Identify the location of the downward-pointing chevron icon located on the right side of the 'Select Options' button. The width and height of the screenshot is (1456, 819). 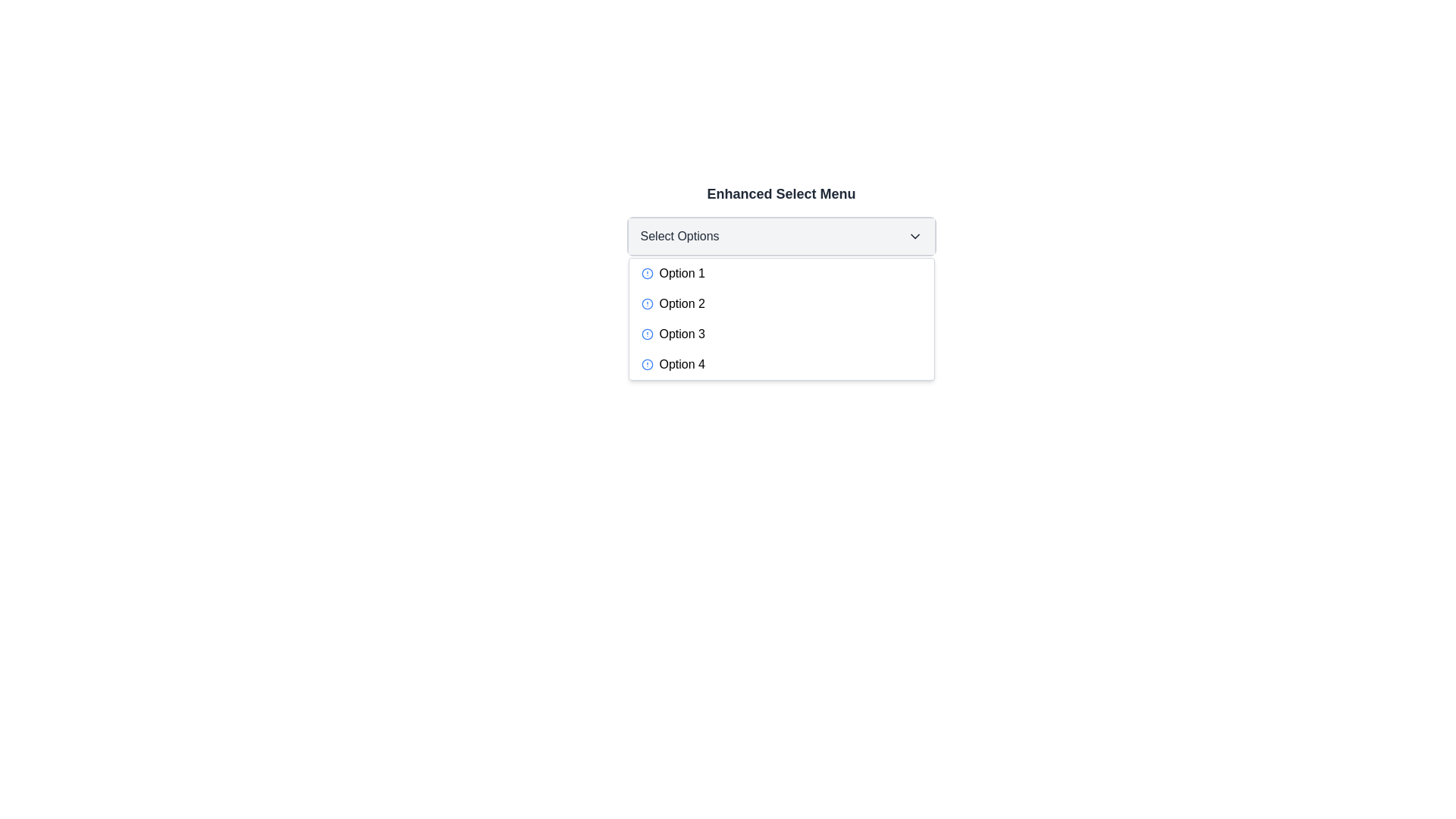
(914, 237).